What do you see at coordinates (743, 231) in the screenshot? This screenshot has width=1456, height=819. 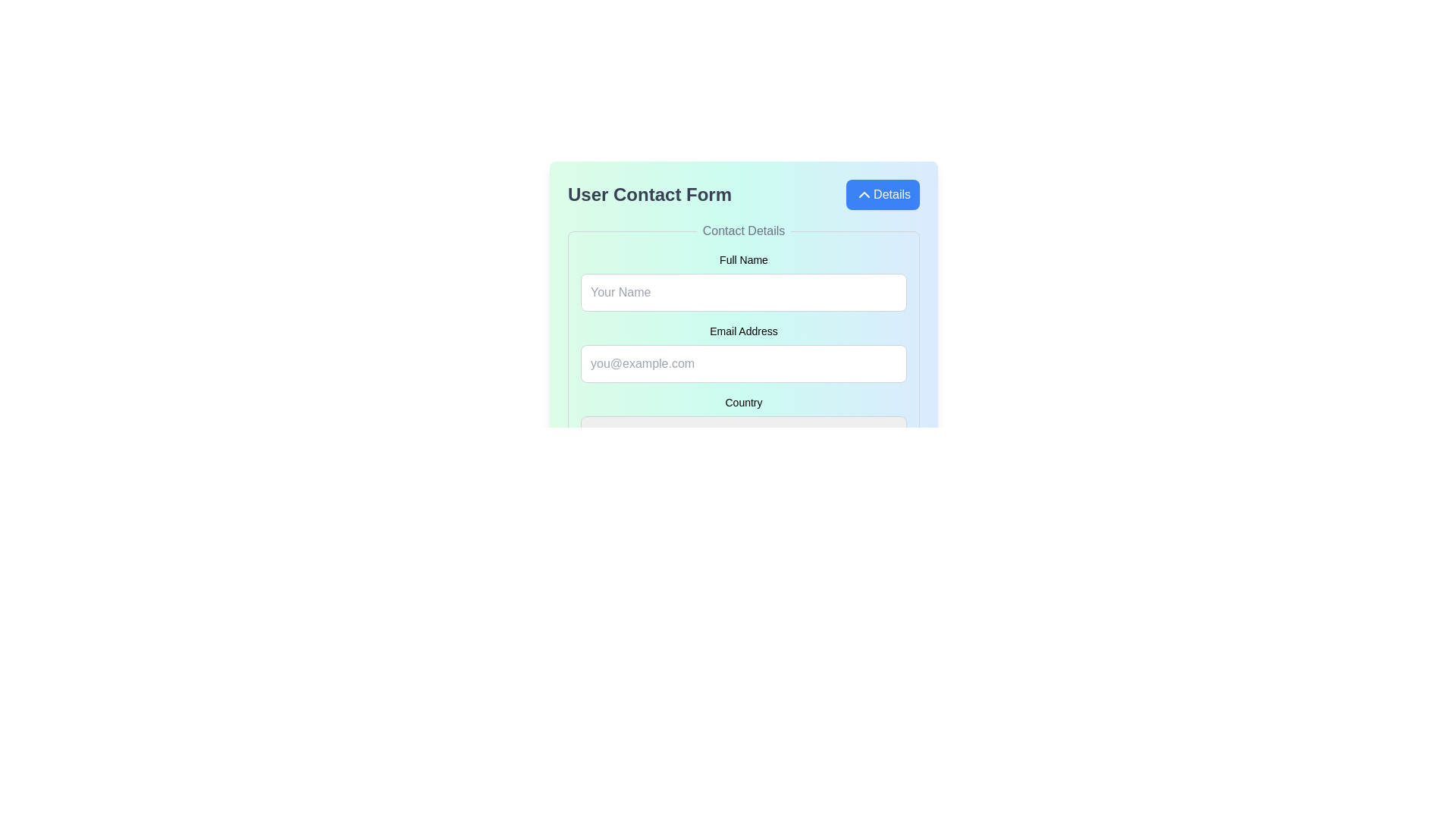 I see `the 'Contact Details' text label, which is centrally positioned beneath the 'User Contact Form' heading and has a medium font weight and gray color` at bounding box center [743, 231].